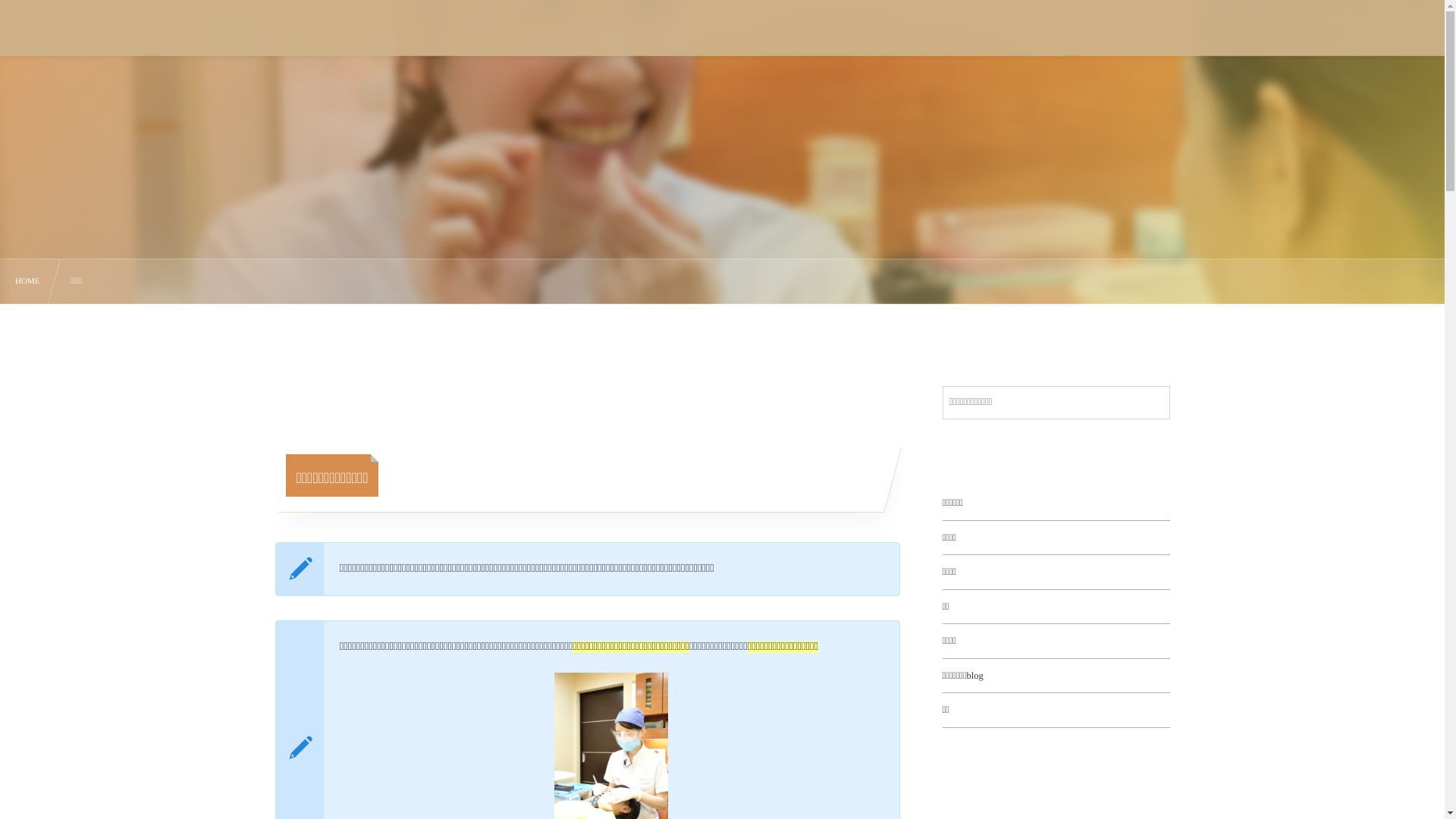  What do you see at coordinates (27, 281) in the screenshot?
I see `'HOME'` at bounding box center [27, 281].